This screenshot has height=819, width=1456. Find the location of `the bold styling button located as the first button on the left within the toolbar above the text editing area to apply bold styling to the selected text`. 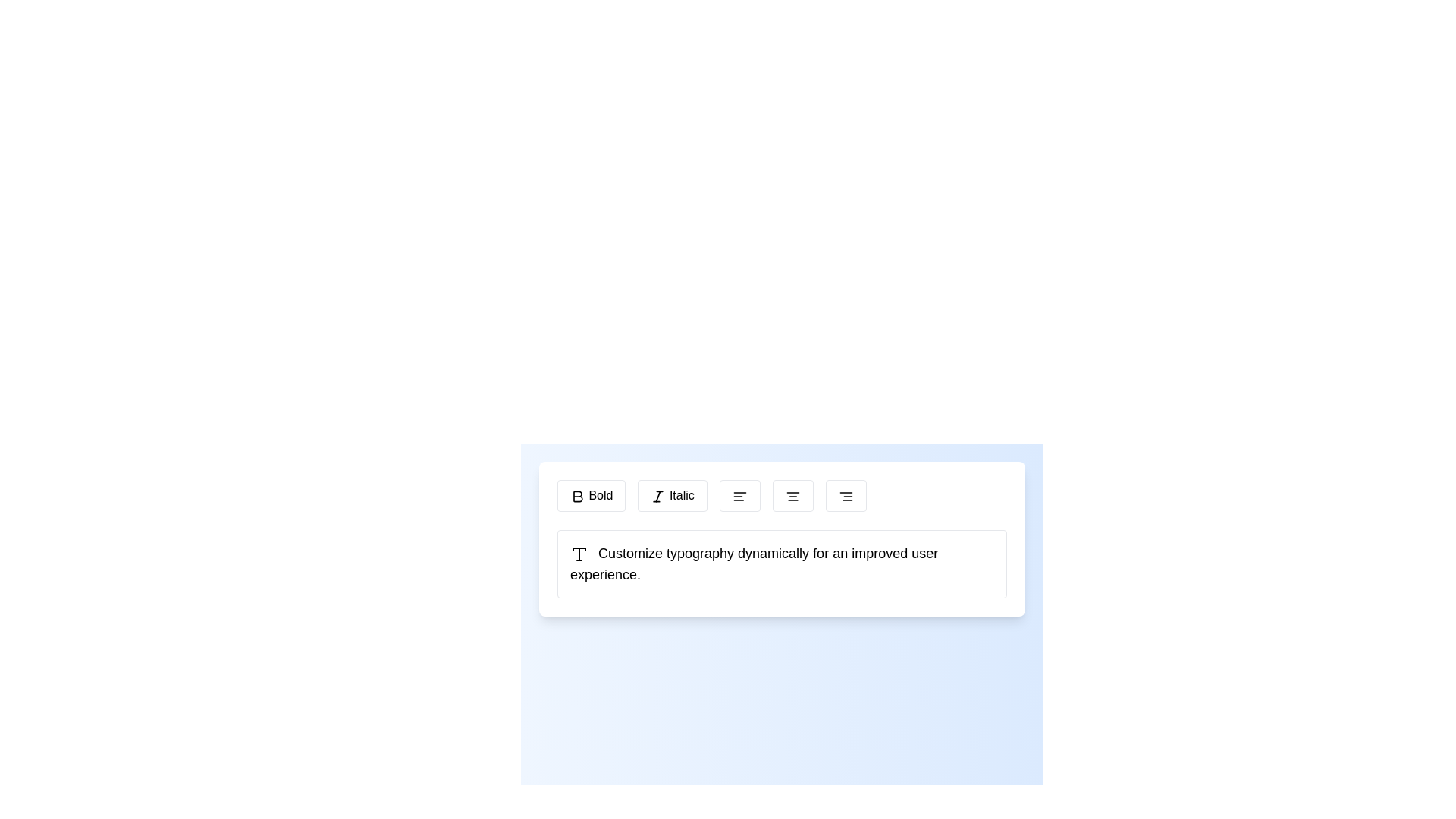

the bold styling button located as the first button on the left within the toolbar above the text editing area to apply bold styling to the selected text is located at coordinates (577, 496).